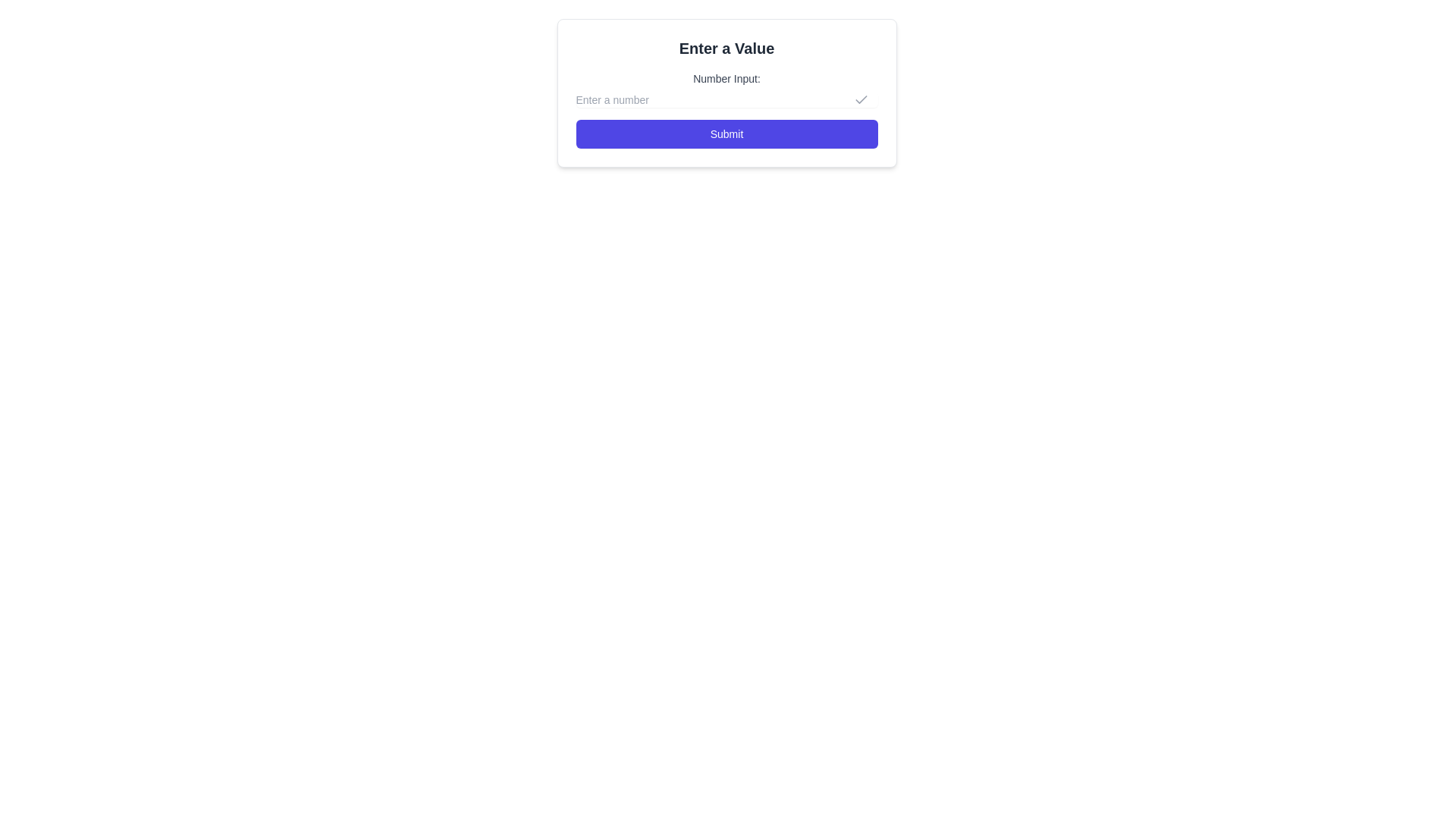 The height and width of the screenshot is (819, 1456). I want to click on the 'Submit' button, which is a rectangular button with rounded corners and an indigo background, located below the 'Number Input:' field, so click(726, 133).